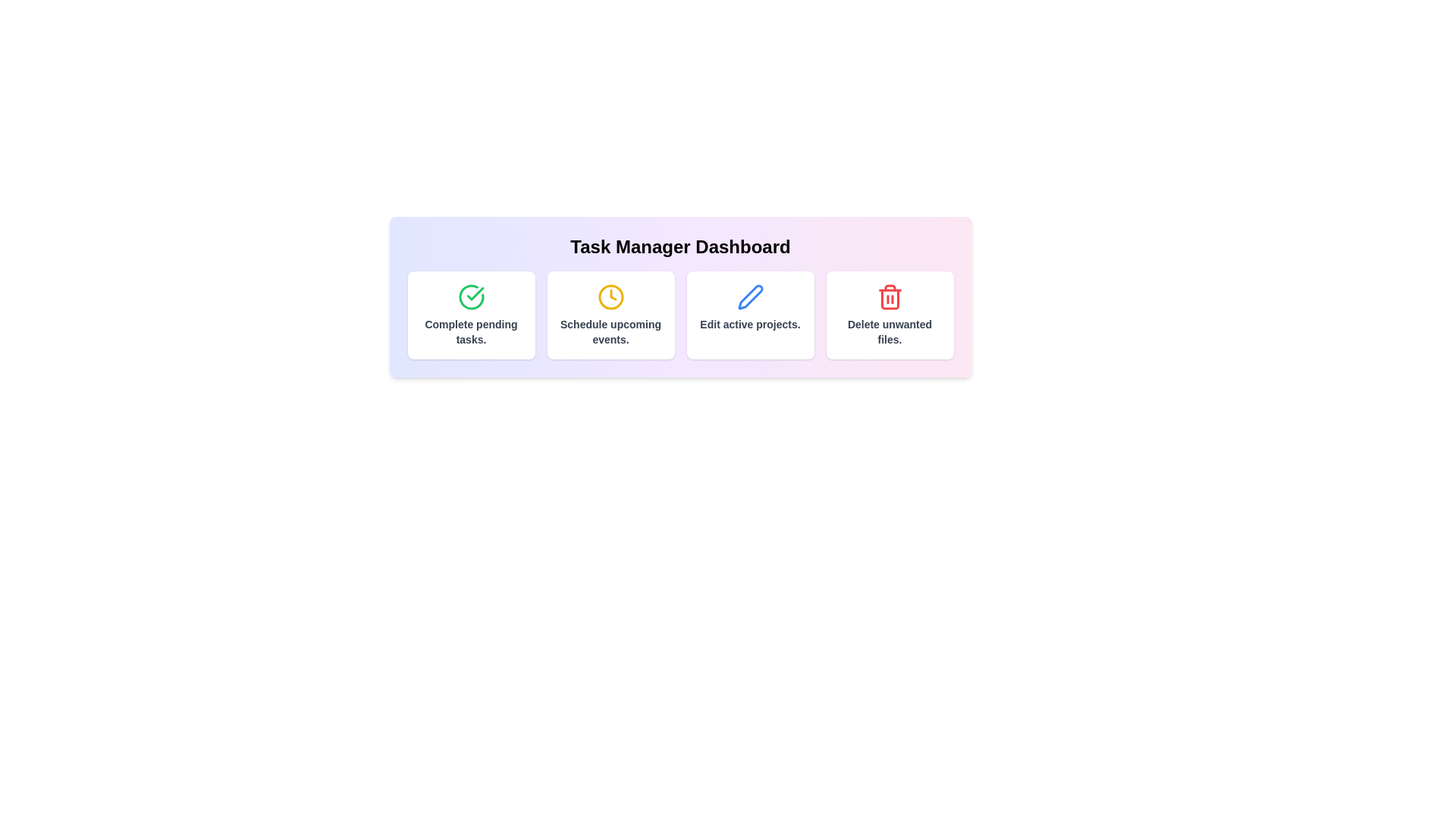  I want to click on the card labeled 'Schedule upcoming events.' which has a white background, rounded corners, and a yellow clock icon at the top to schedule events, so click(610, 315).